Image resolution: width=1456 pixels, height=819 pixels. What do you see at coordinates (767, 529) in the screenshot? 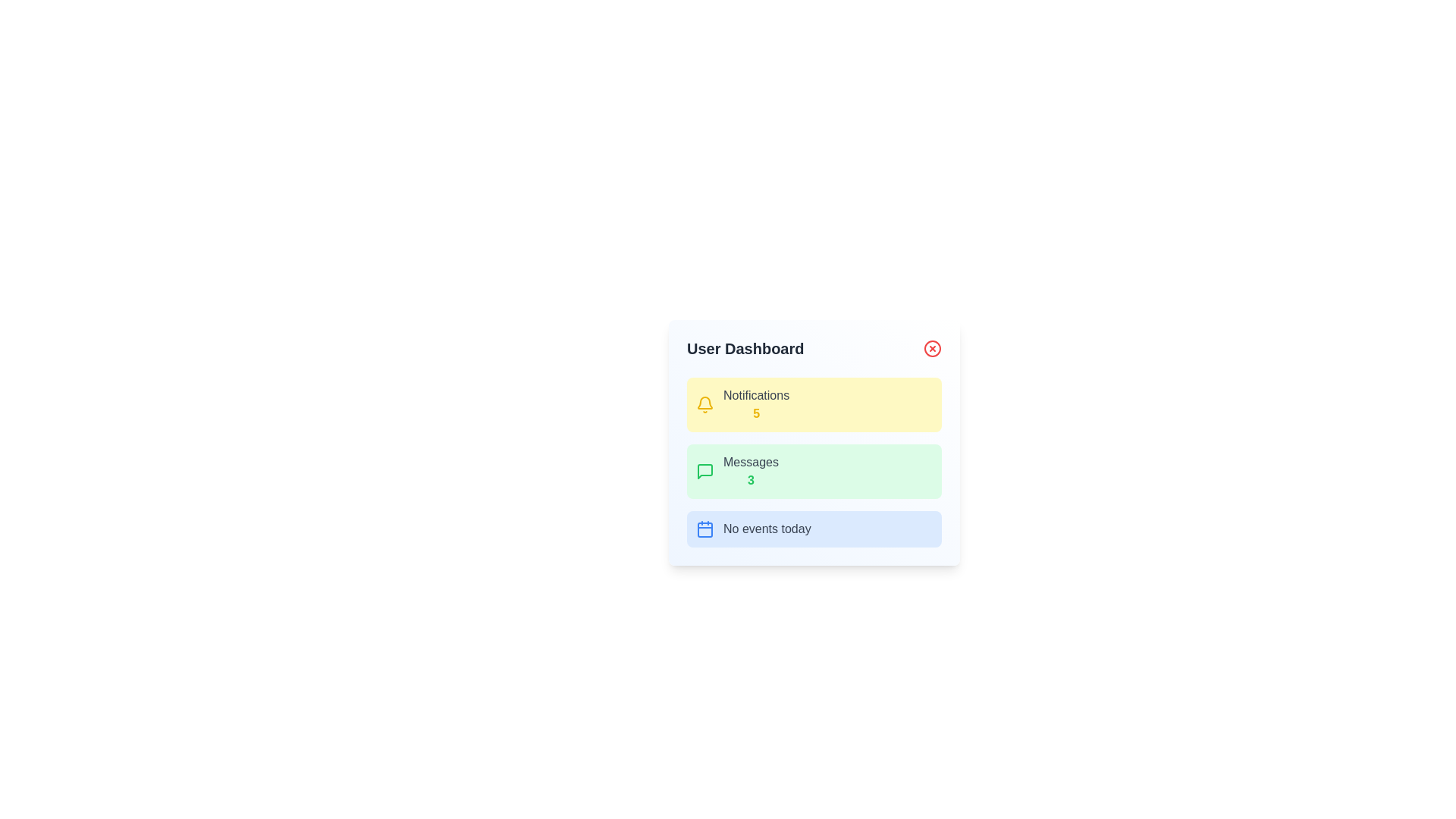
I see `the text label displaying 'No events today', which is styled in a medium font size with dark gray color on a light blue background` at bounding box center [767, 529].